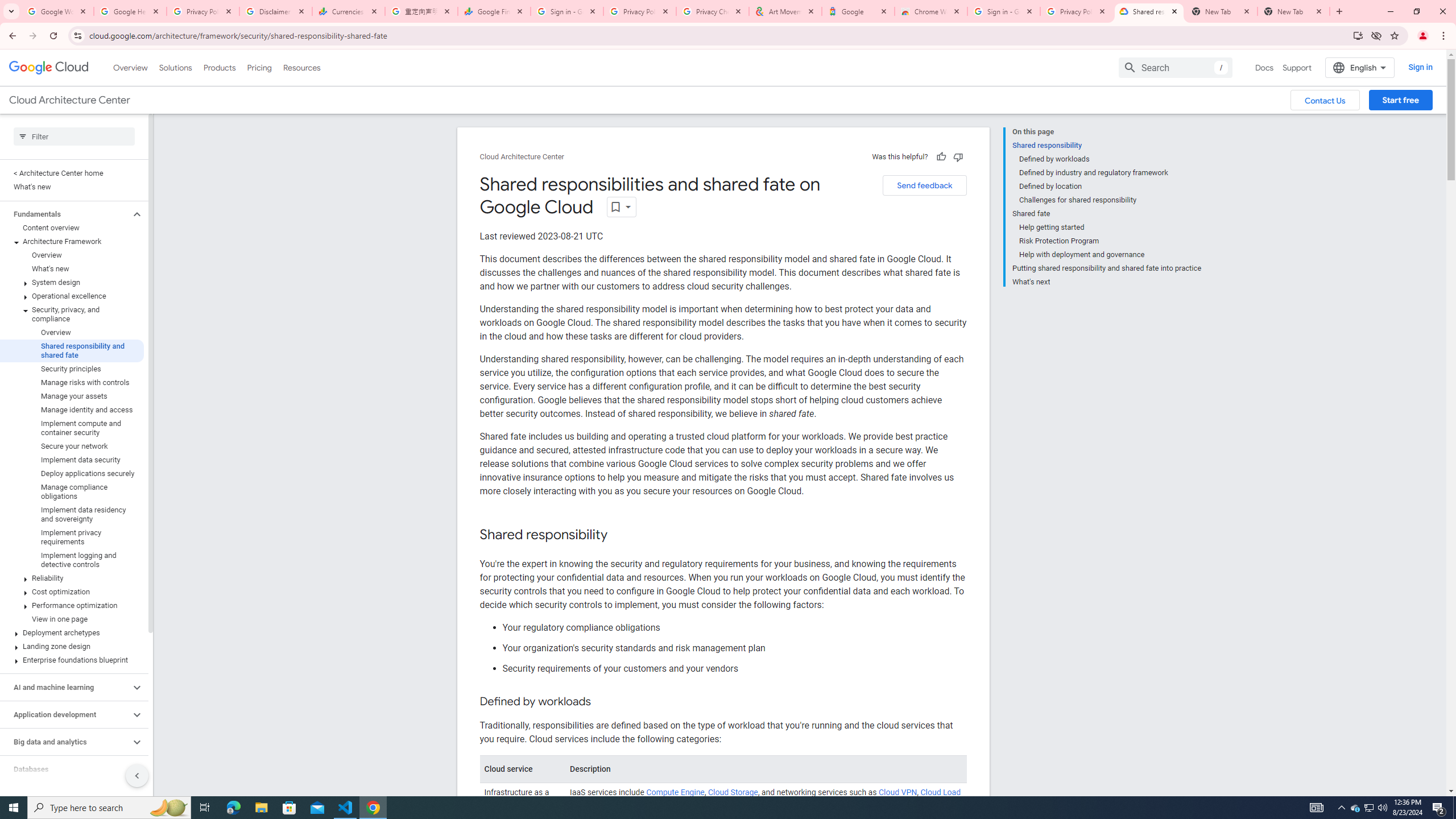  I want to click on 'Install Google Cloud', so click(1358, 35).